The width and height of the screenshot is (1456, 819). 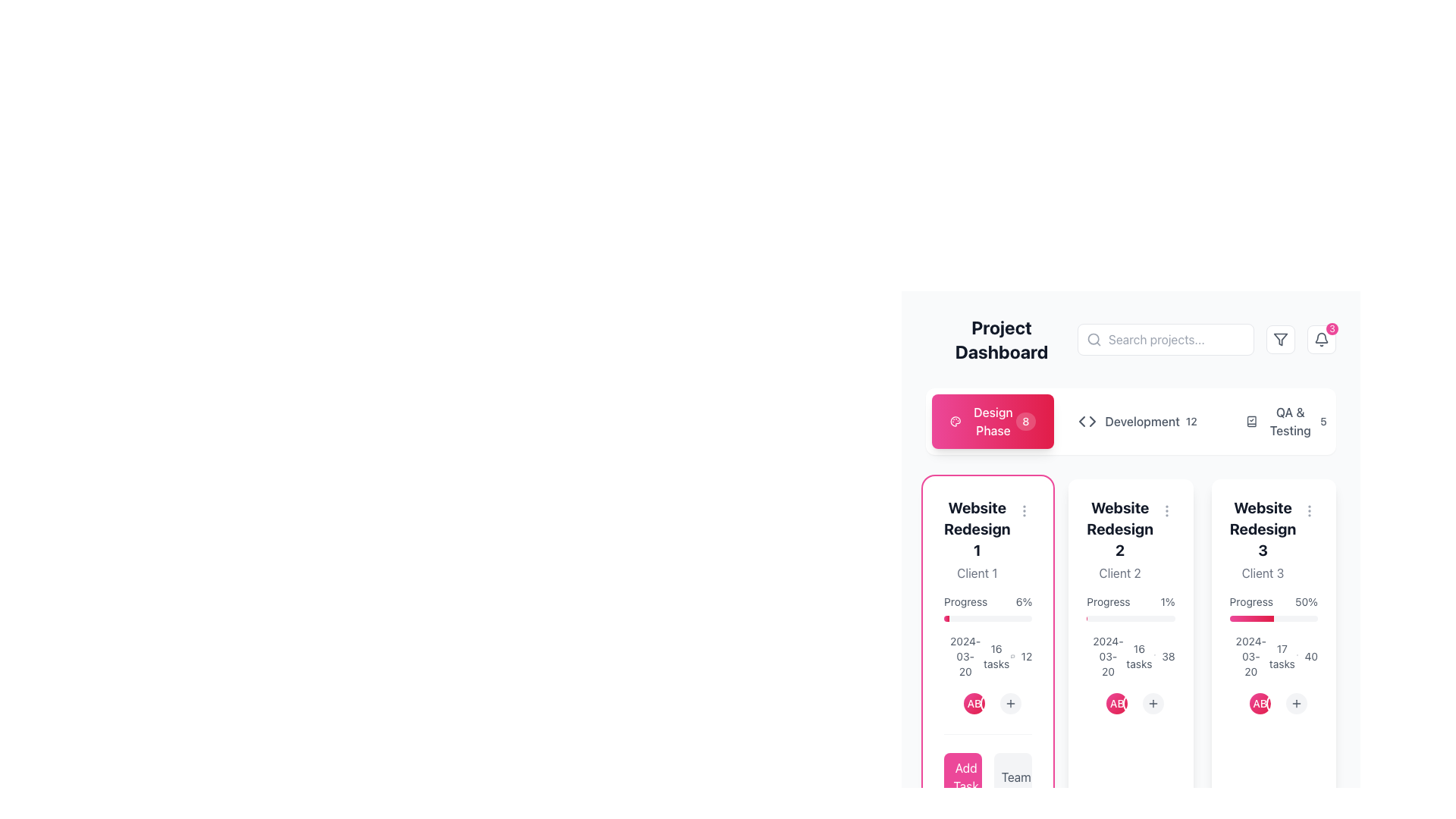 What do you see at coordinates (1191, 421) in the screenshot?
I see `contents of the badge component indicating the number of items associated with the 'Development' stage, located in the horizontal menu bar to the right of 'Development' text and before the 'QA & Testing' icon` at bounding box center [1191, 421].